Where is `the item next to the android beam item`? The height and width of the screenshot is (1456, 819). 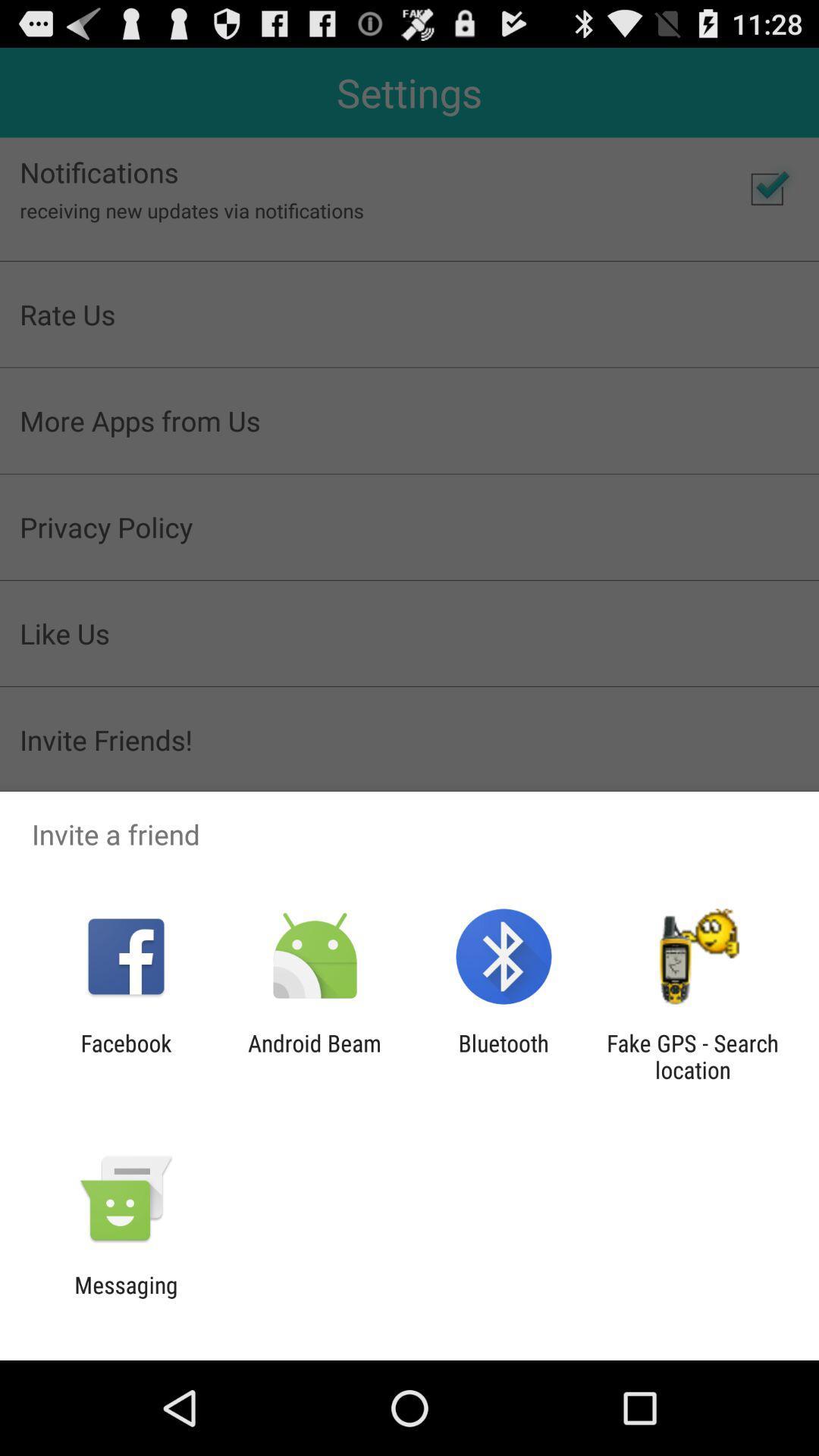
the item next to the android beam item is located at coordinates (504, 1056).